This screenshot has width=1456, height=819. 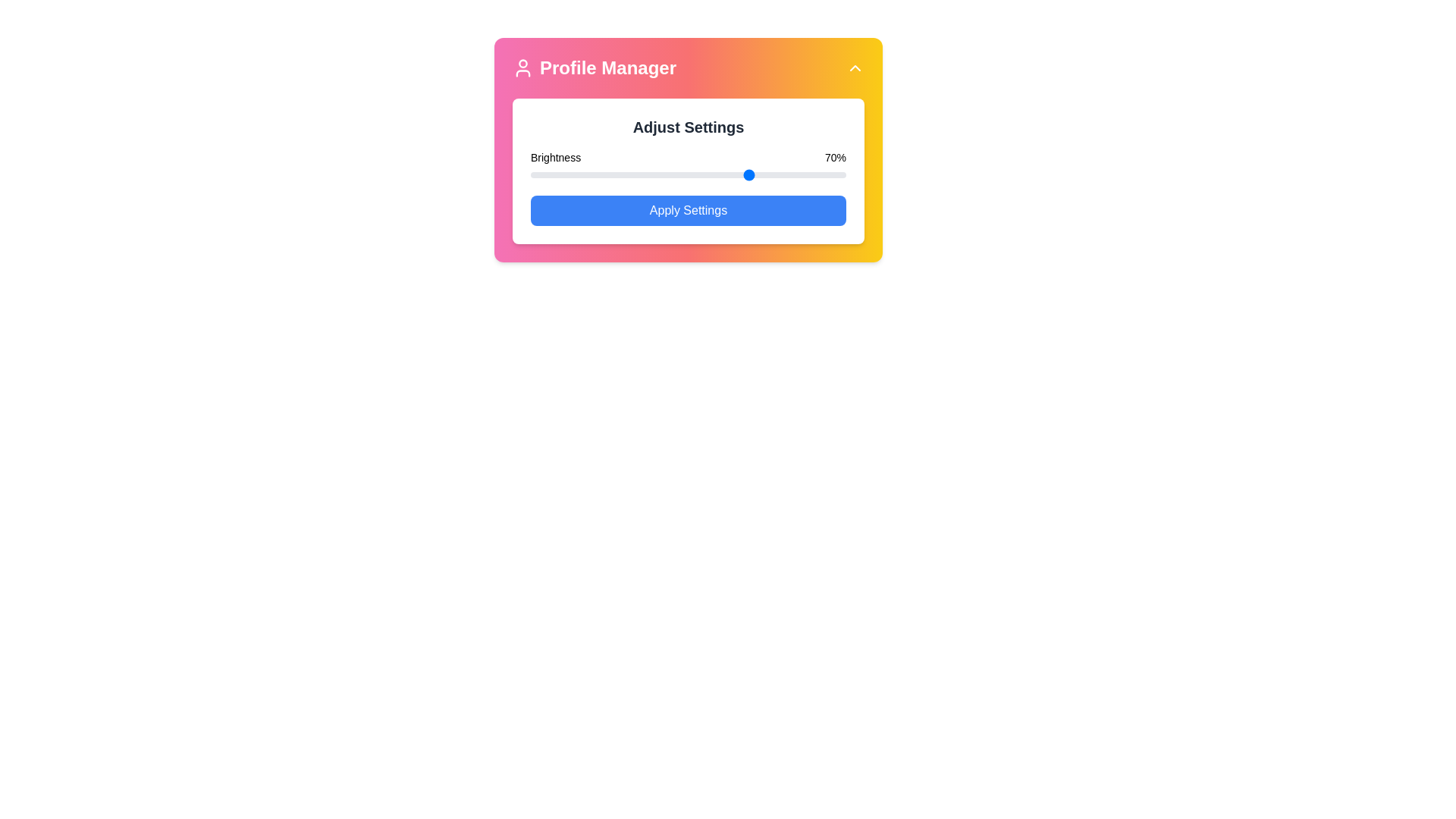 I want to click on the user silhouette icon with a white stroke on a pink background in the Profile Manager section for accessibility, so click(x=523, y=67).